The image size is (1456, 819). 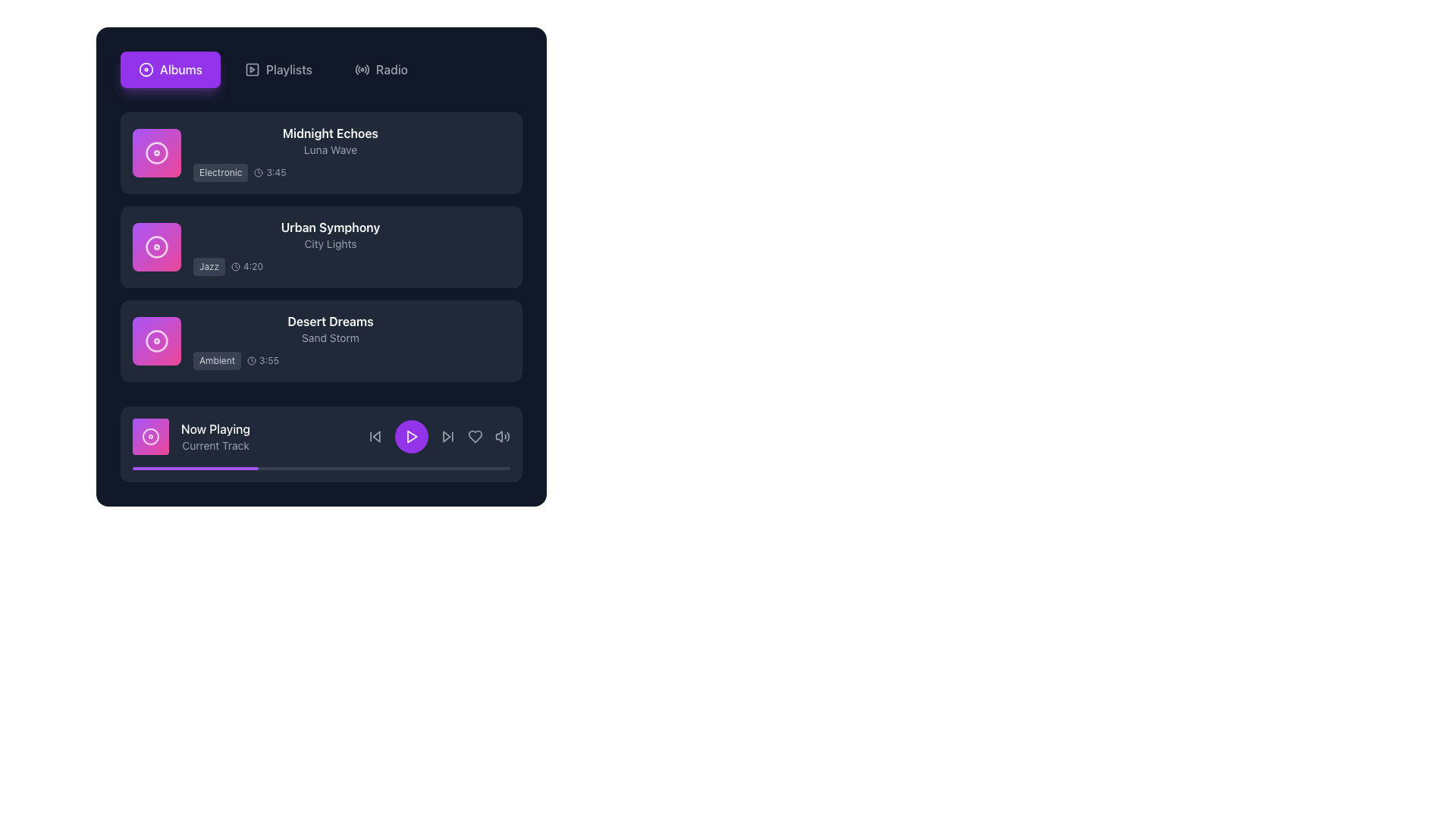 What do you see at coordinates (289, 70) in the screenshot?
I see `the second text-based navigation link in the top horizontal menu` at bounding box center [289, 70].